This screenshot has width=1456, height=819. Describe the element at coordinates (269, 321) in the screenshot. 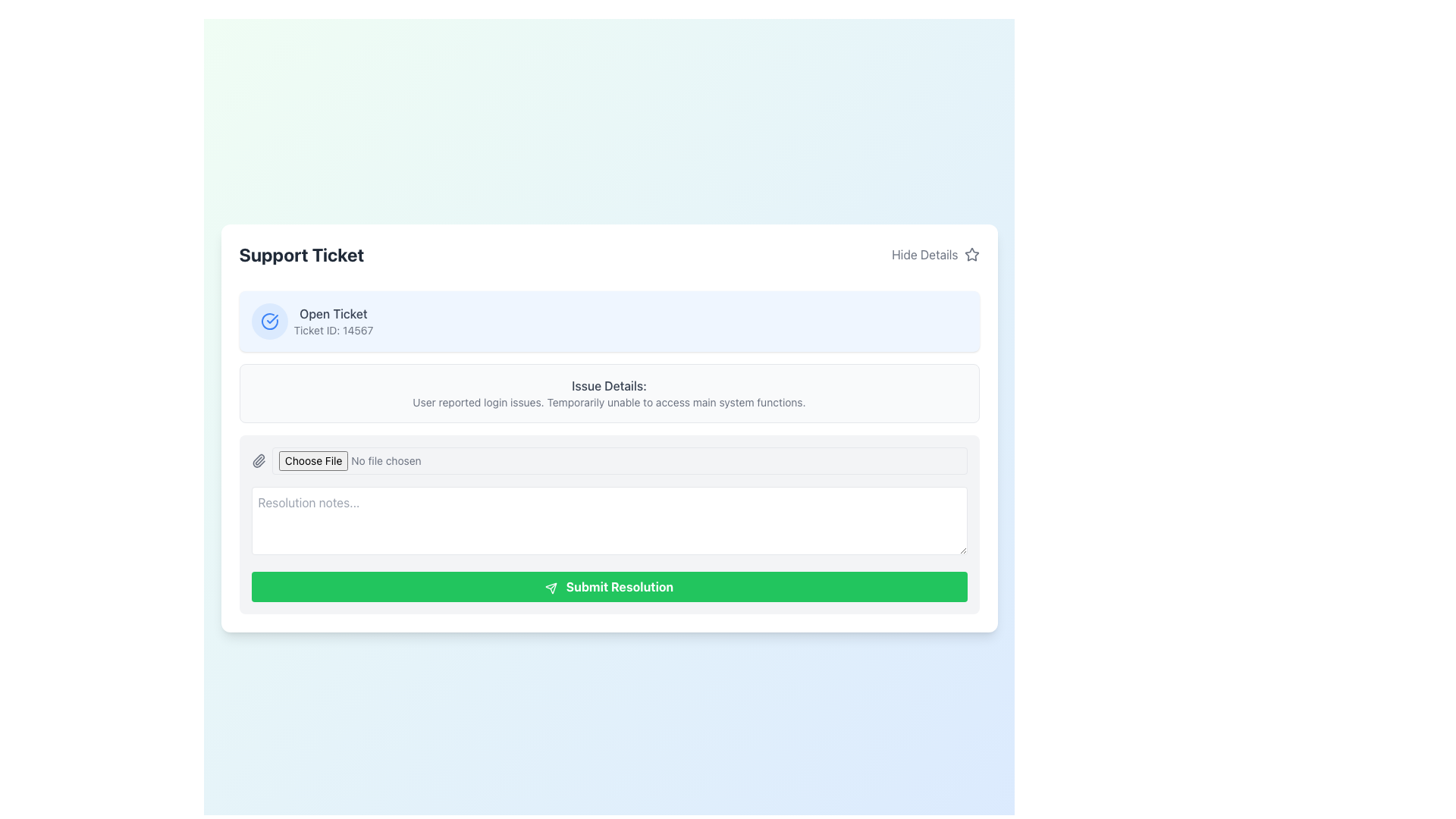

I see `the decorative icon, which is a circular icon with a blue outline and a checkmark inside, located to the left of the 'Open Ticket' label in the 'Support Ticket' card` at that location.